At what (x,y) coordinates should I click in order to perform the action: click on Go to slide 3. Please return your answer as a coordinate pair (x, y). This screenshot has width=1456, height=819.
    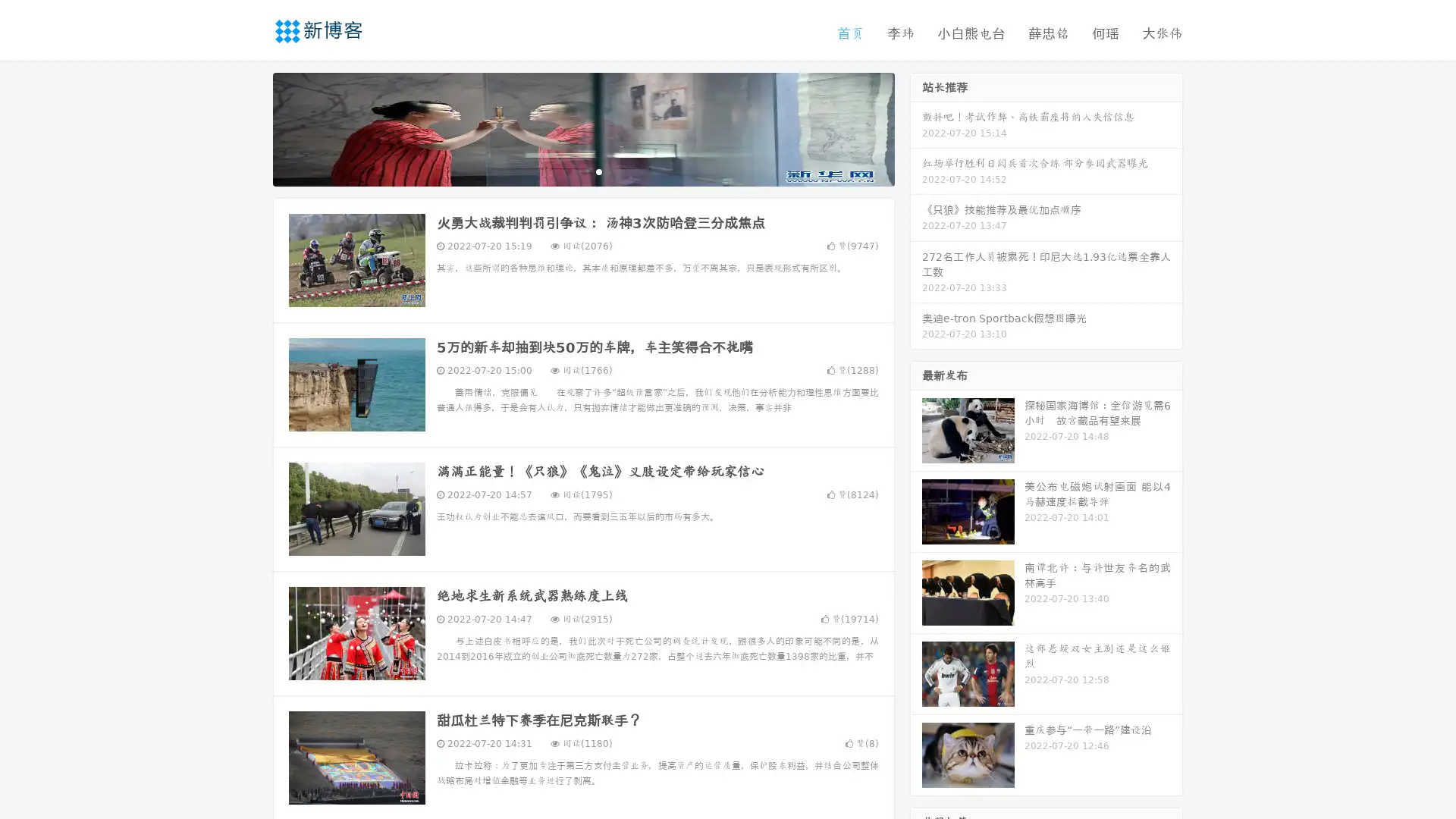
    Looking at the image, I should click on (598, 171).